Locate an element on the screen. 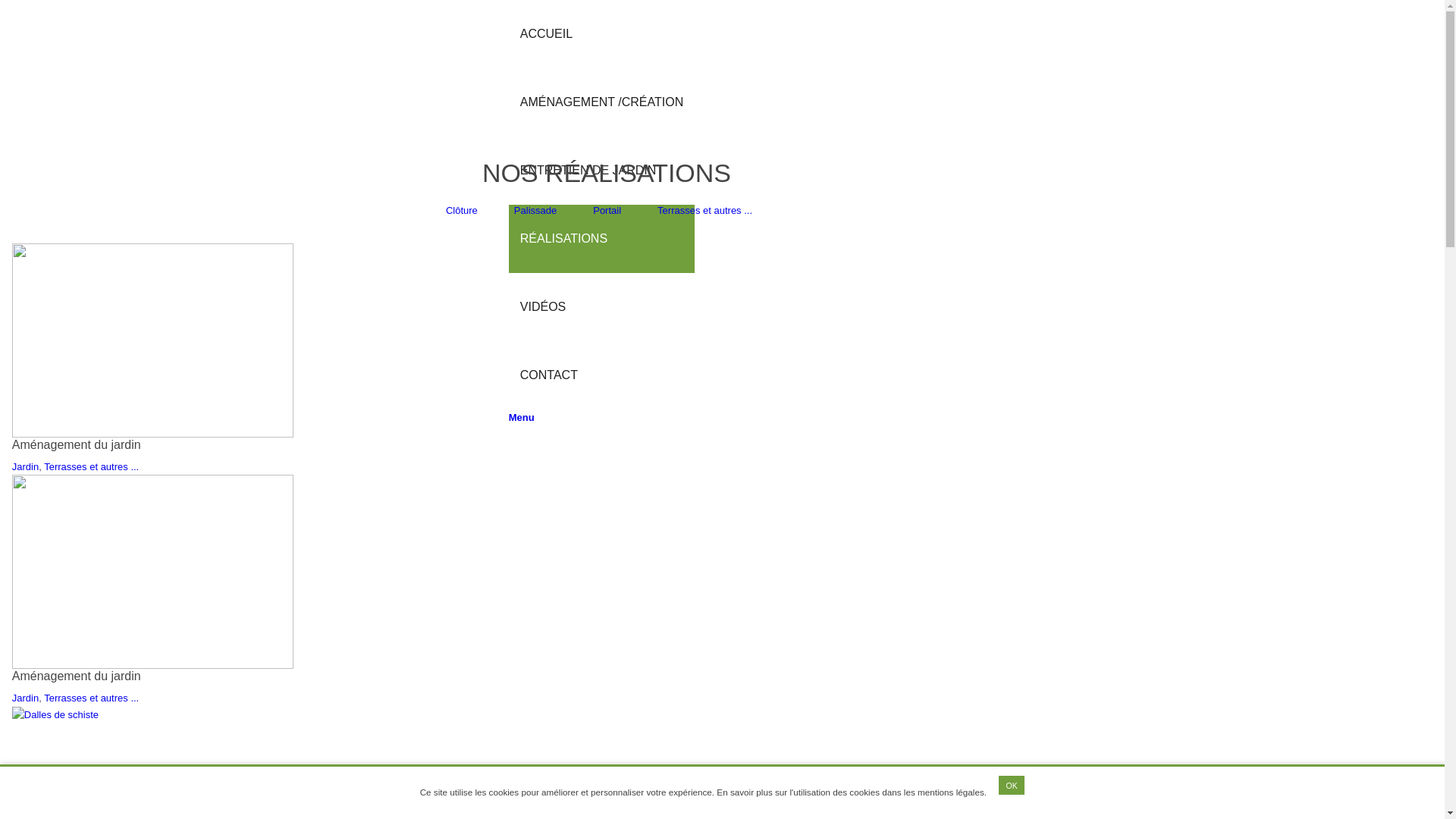  'Terrasses et autres ...' is located at coordinates (704, 210).